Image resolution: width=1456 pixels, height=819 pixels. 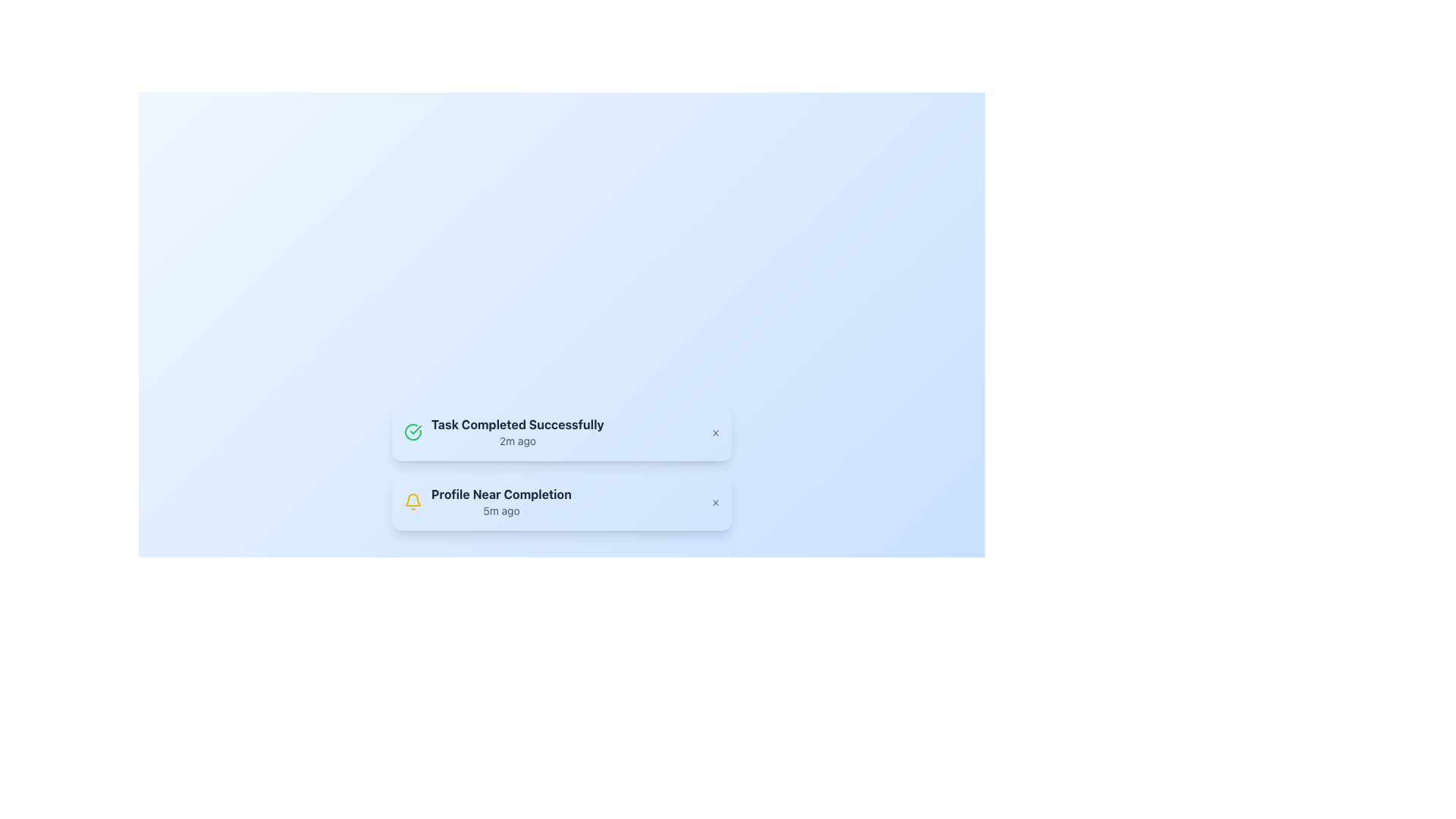 I want to click on the Text Label indicating the time of the notification event in the 'Profile Near Completion' card, located in the bottom right segment below the heading, so click(x=501, y=511).